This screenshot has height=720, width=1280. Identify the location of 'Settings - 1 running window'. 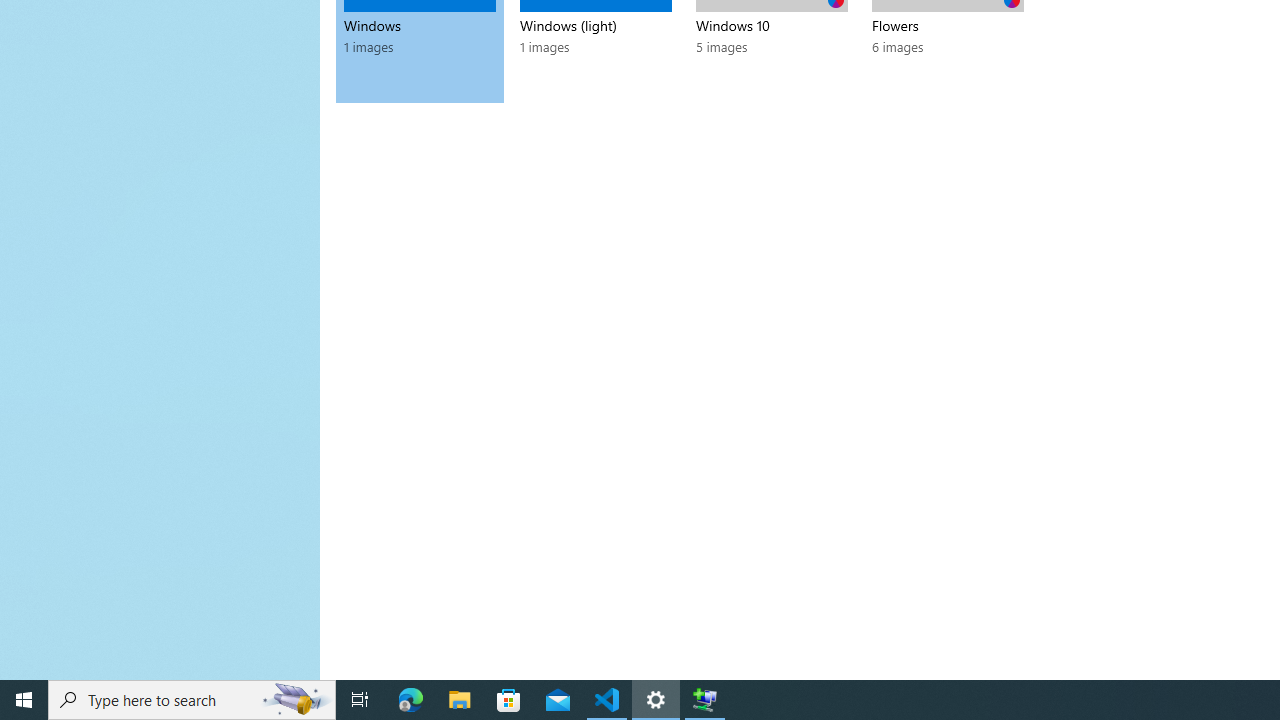
(656, 698).